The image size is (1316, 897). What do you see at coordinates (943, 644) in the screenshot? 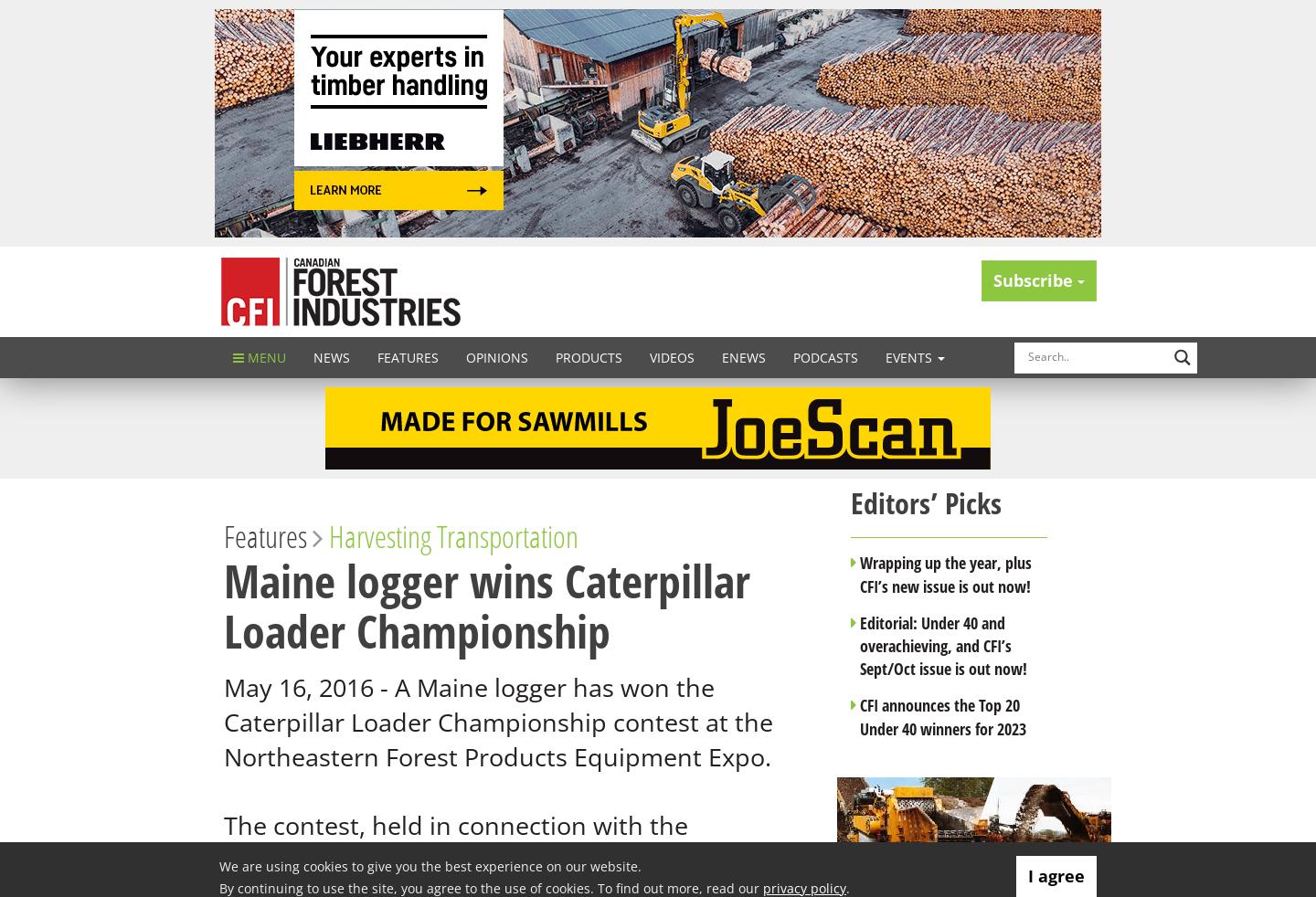
I see `'Editorial: Under 40 and overachieving, and CFI’s Sept/Oct issue is out now!'` at bounding box center [943, 644].